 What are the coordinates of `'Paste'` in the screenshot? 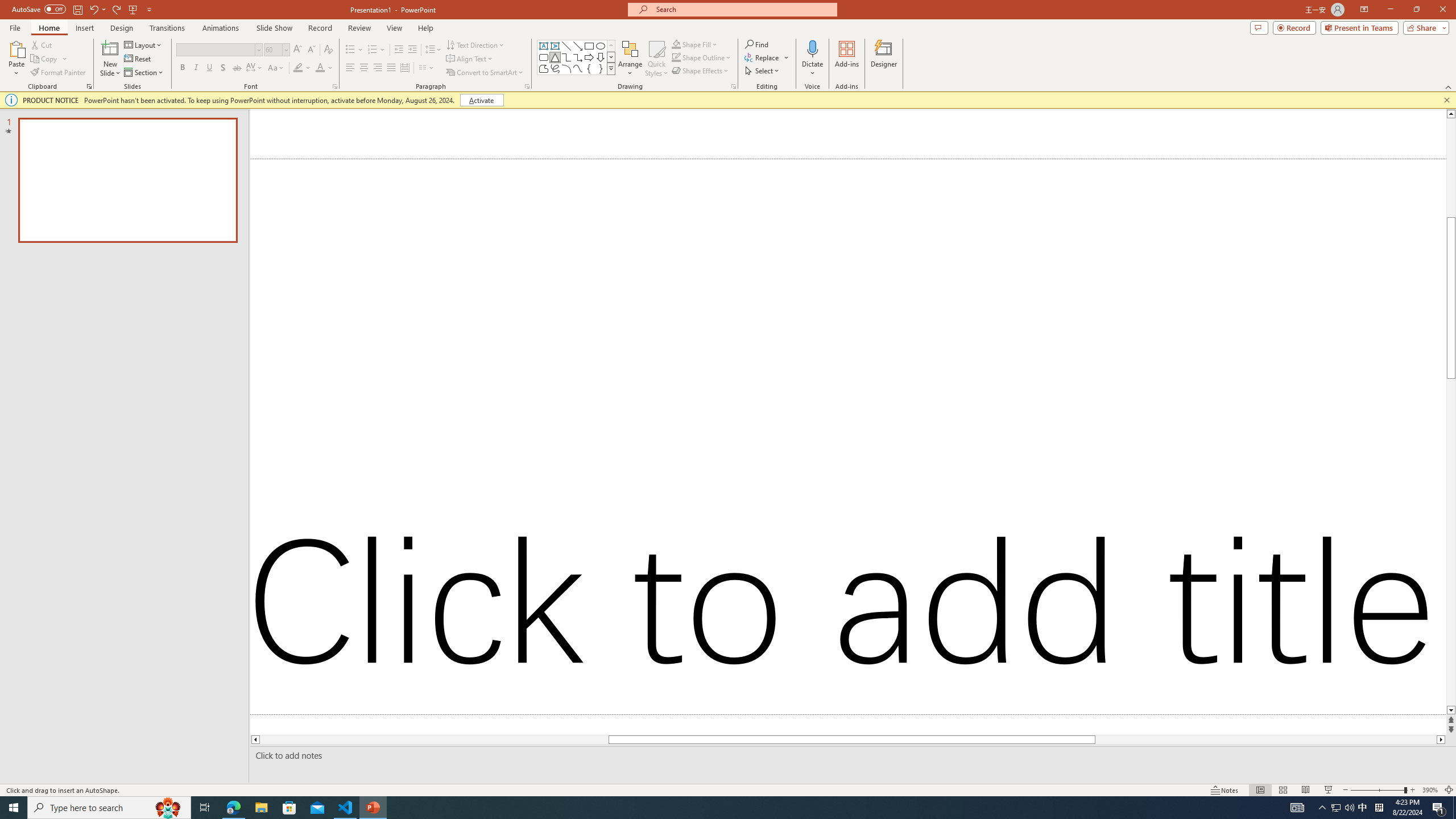 It's located at (16, 59).